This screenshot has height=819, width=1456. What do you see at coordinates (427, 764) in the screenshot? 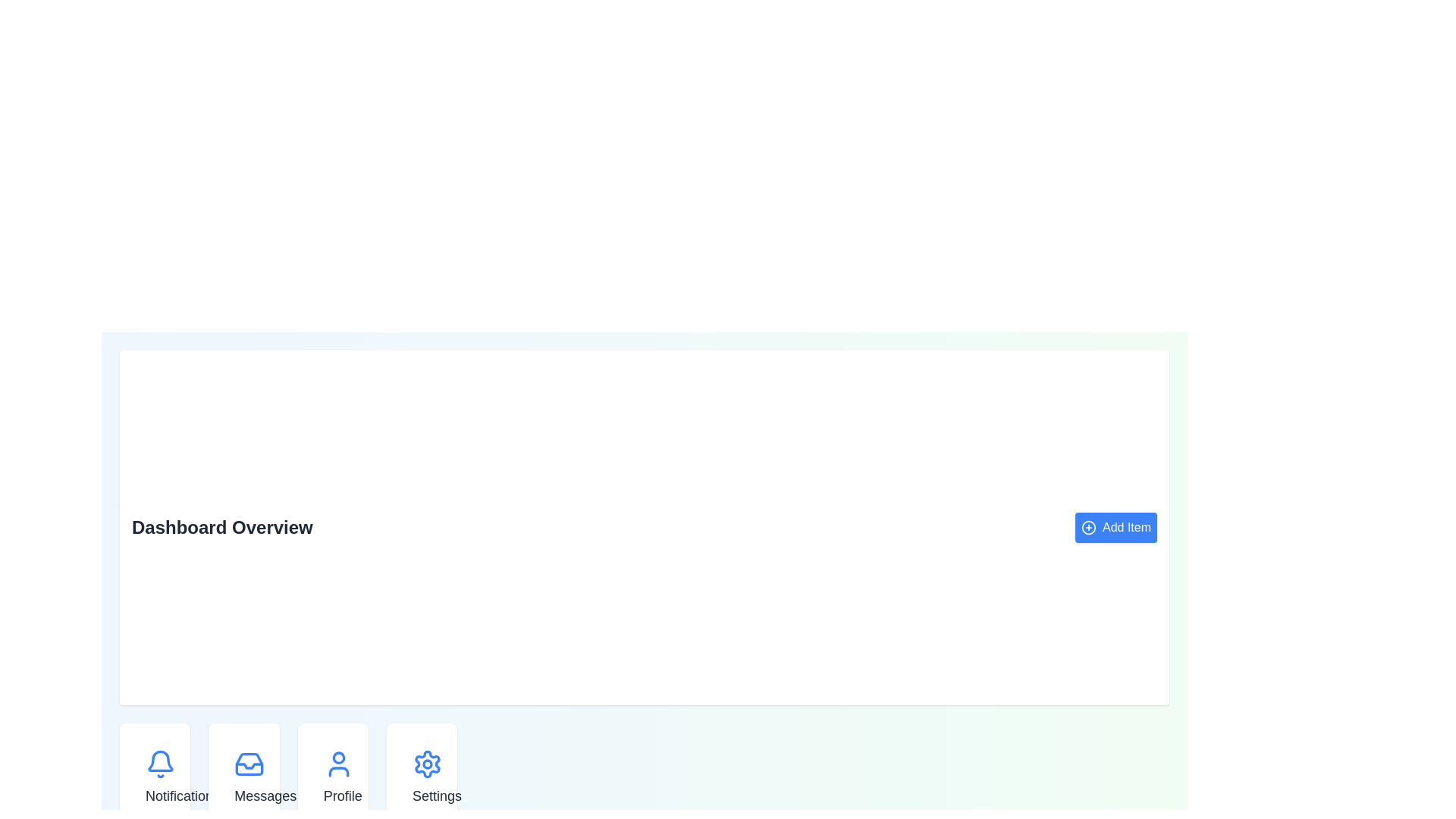
I see `the 'Settings' icon located at the bottom of the application interface` at bounding box center [427, 764].